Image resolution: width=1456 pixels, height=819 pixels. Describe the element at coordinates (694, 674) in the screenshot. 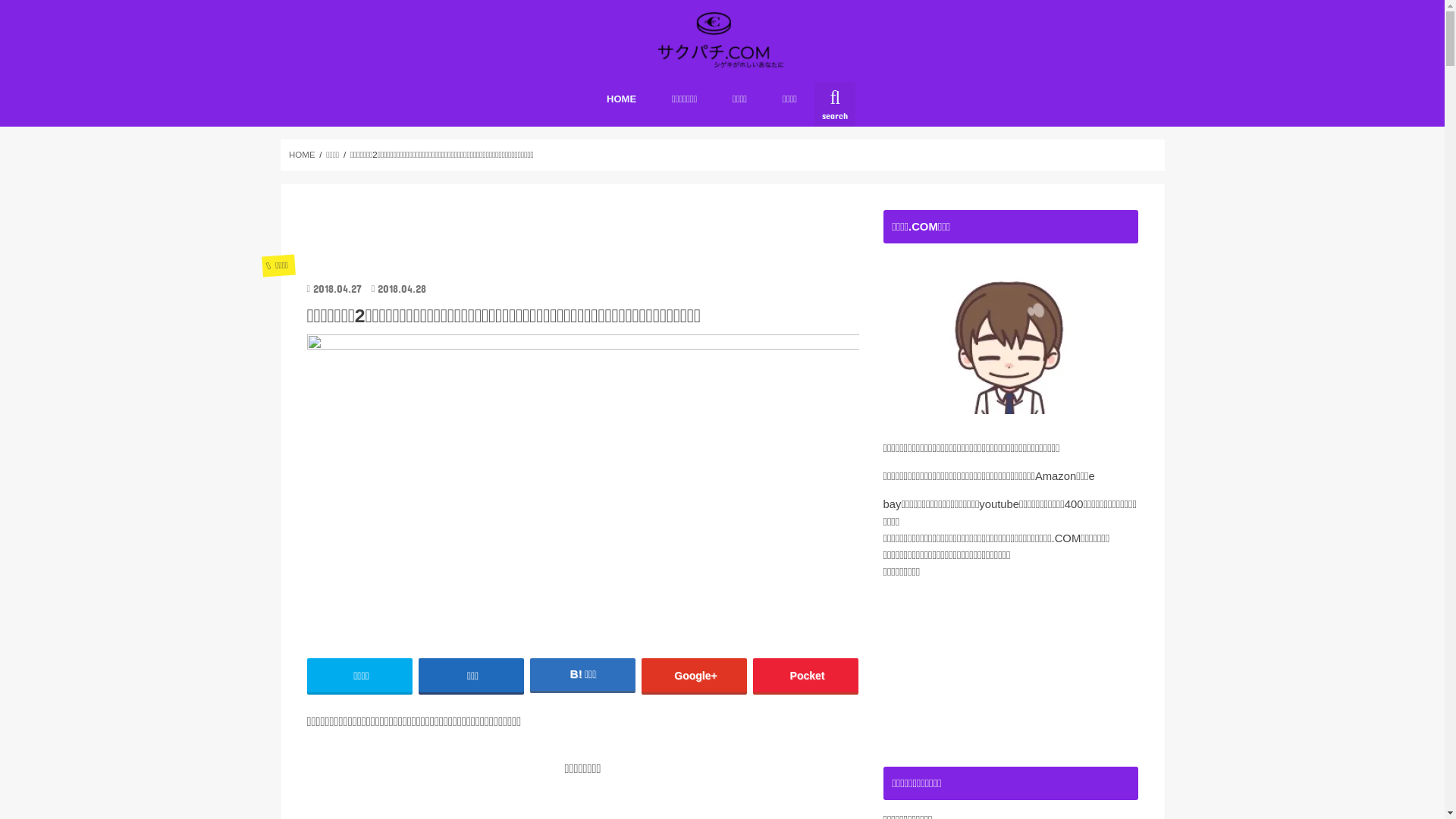

I see `'Google+'` at that location.